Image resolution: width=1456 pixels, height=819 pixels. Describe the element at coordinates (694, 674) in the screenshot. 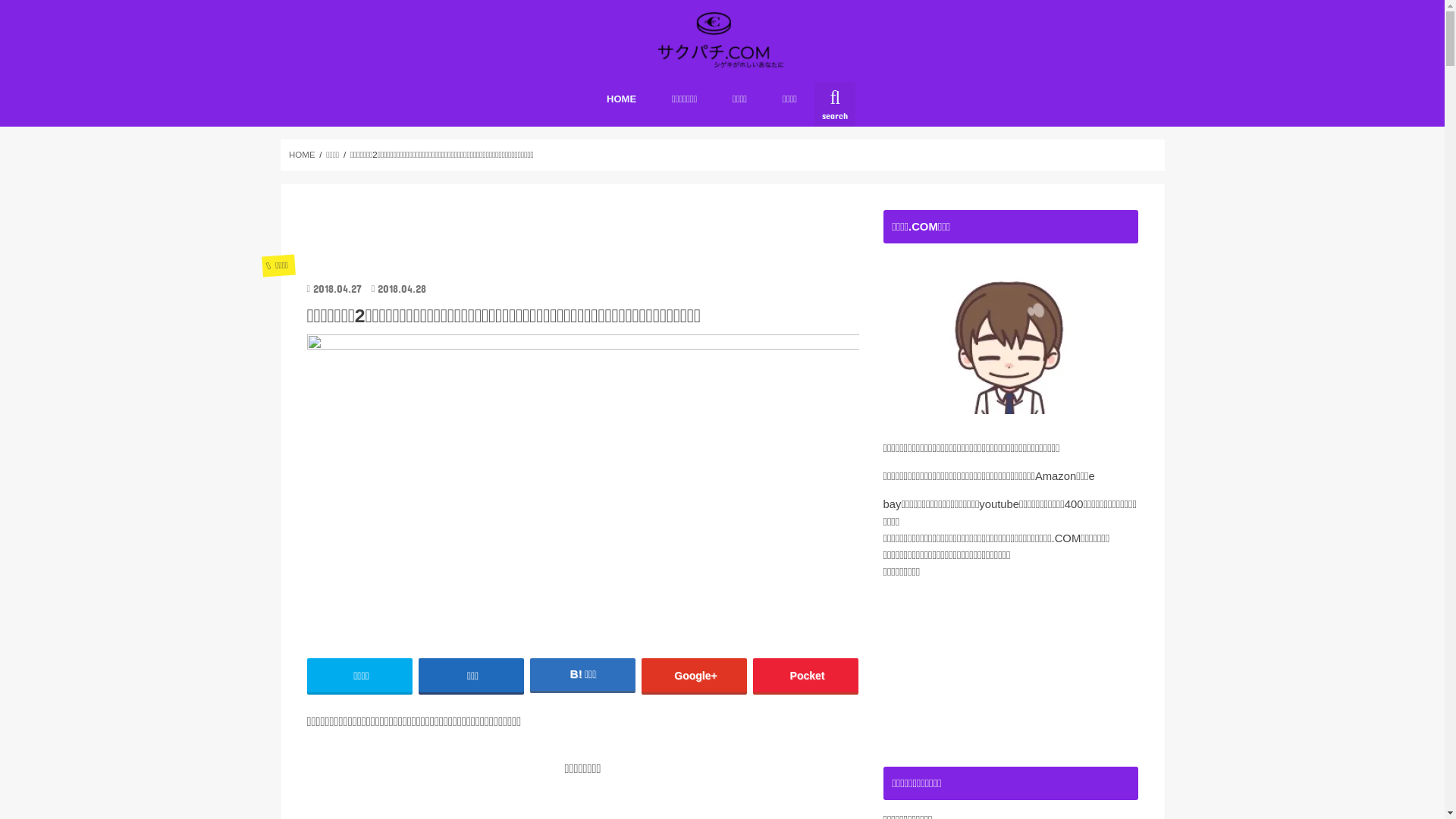

I see `'Google+'` at that location.